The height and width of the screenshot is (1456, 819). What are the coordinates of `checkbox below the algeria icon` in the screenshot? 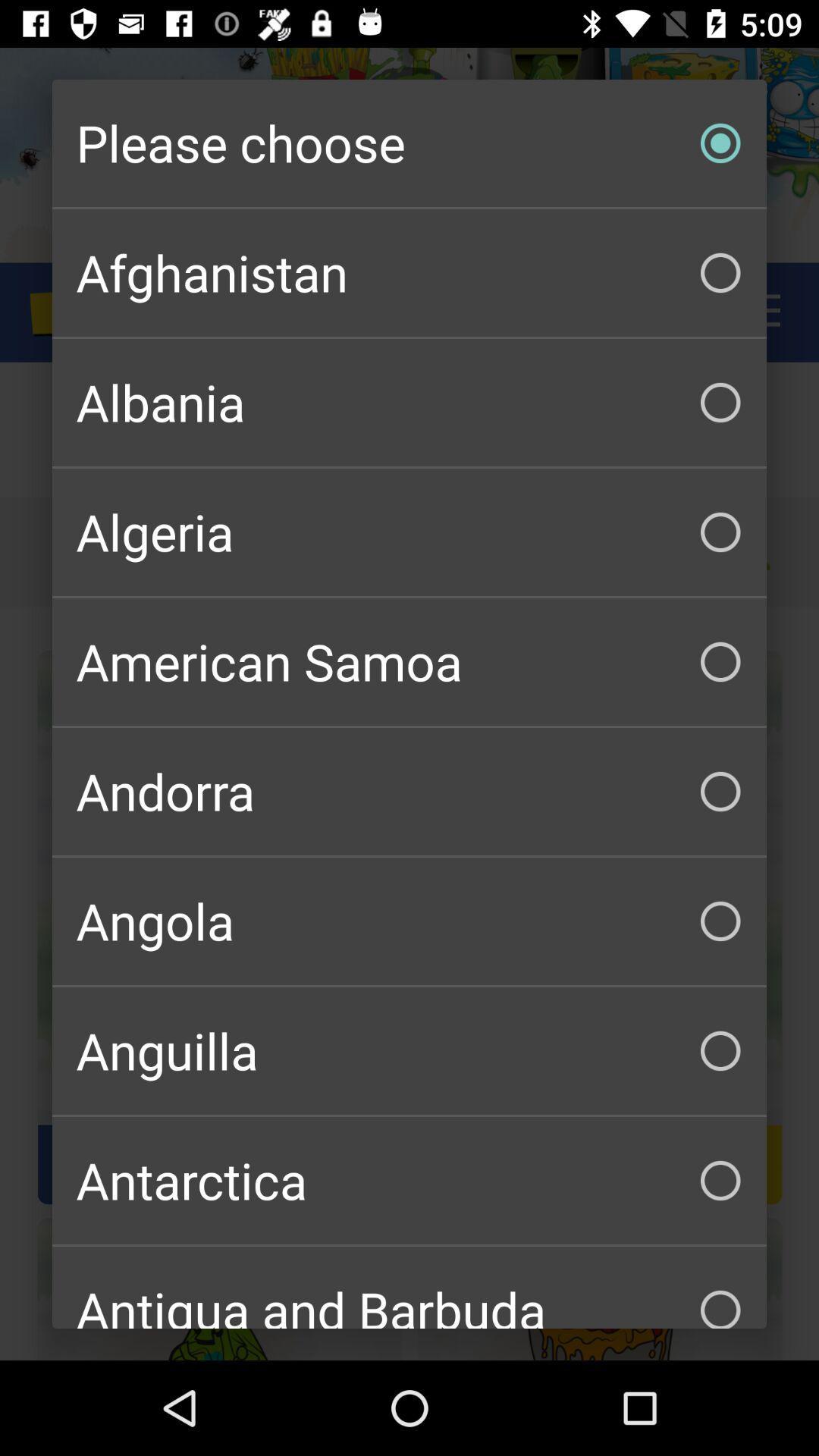 It's located at (409, 662).